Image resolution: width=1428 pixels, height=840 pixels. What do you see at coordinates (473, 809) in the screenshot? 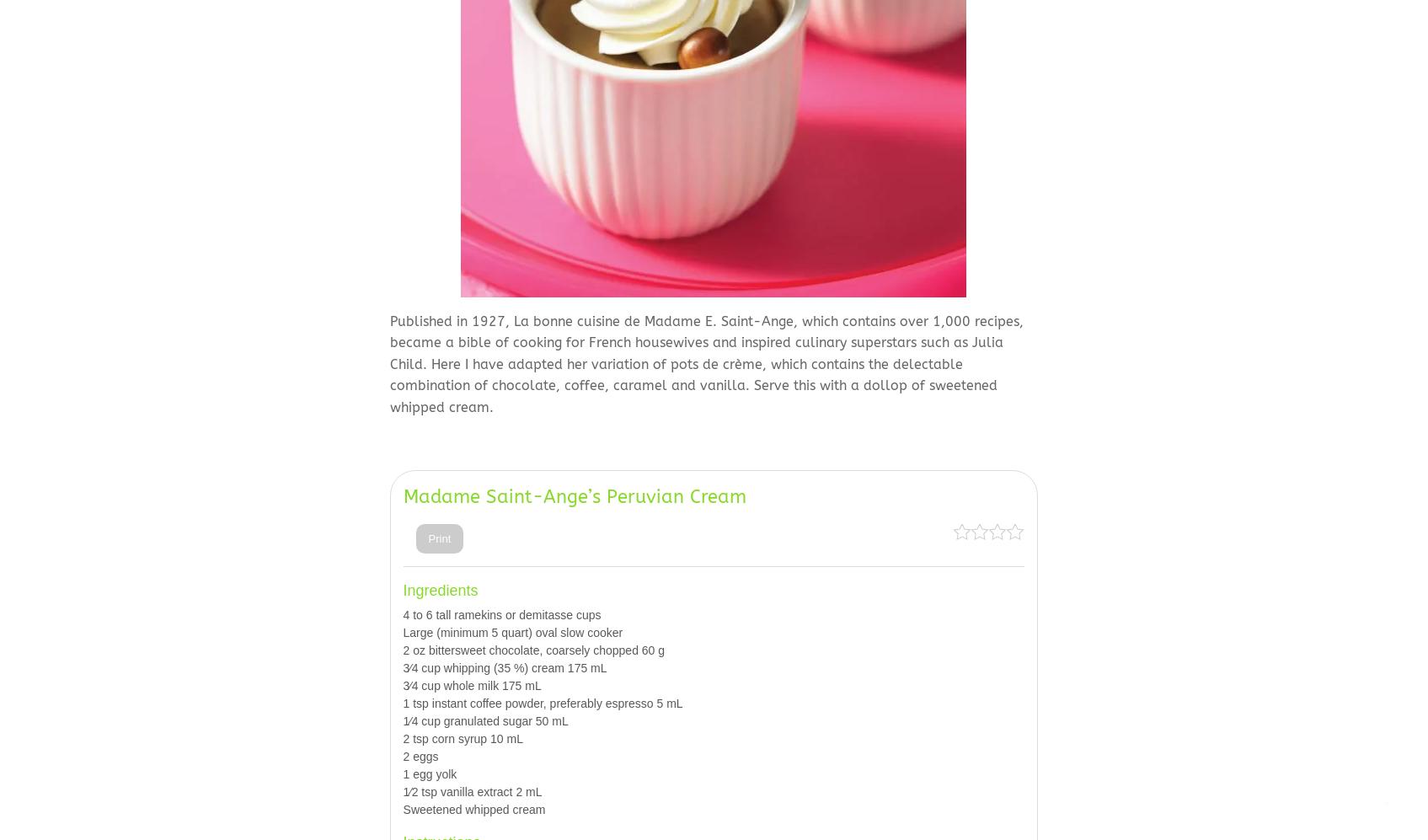
I see `'Sweetened whipped cream'` at bounding box center [473, 809].